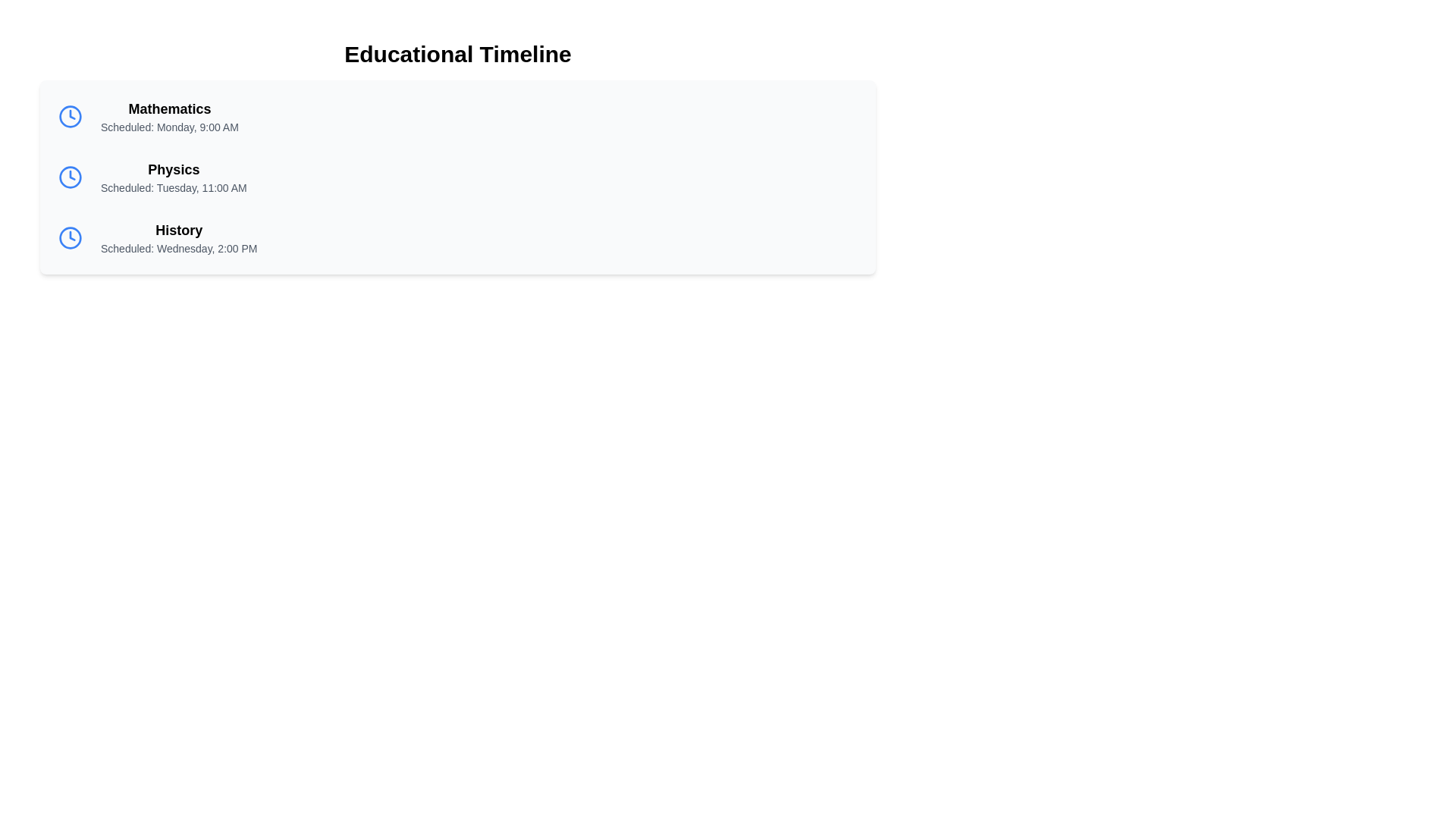 This screenshot has width=1456, height=819. What do you see at coordinates (179, 247) in the screenshot?
I see `the static text label displaying the scheduled date and time for the 'History' subject, located directly below the 'History' header in the Educational Timeline section` at bounding box center [179, 247].